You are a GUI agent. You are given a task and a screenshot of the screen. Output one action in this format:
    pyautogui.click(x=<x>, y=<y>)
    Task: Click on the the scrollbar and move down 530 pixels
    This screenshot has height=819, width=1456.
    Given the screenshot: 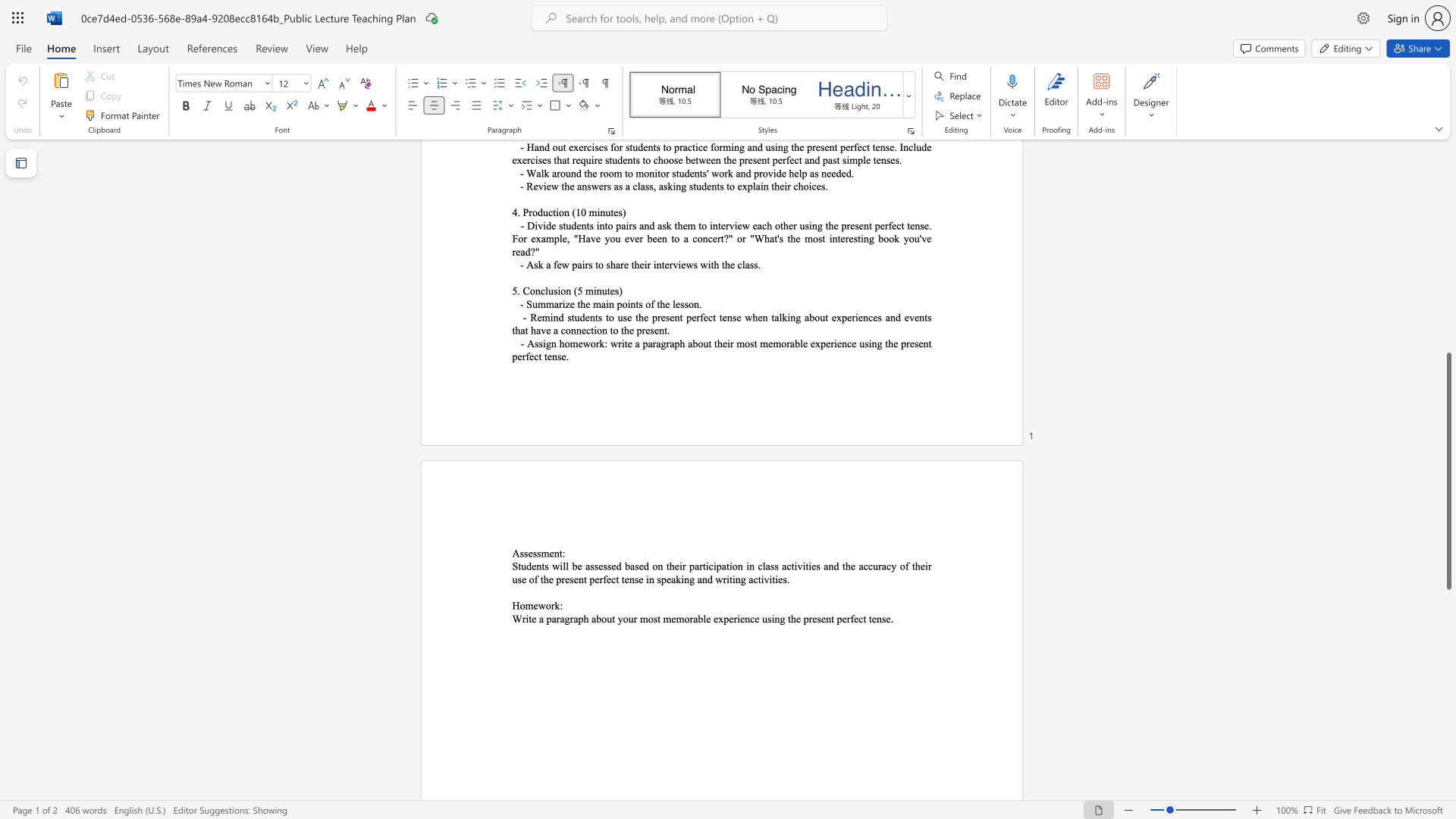 What is the action you would take?
    pyautogui.click(x=1448, y=470)
    